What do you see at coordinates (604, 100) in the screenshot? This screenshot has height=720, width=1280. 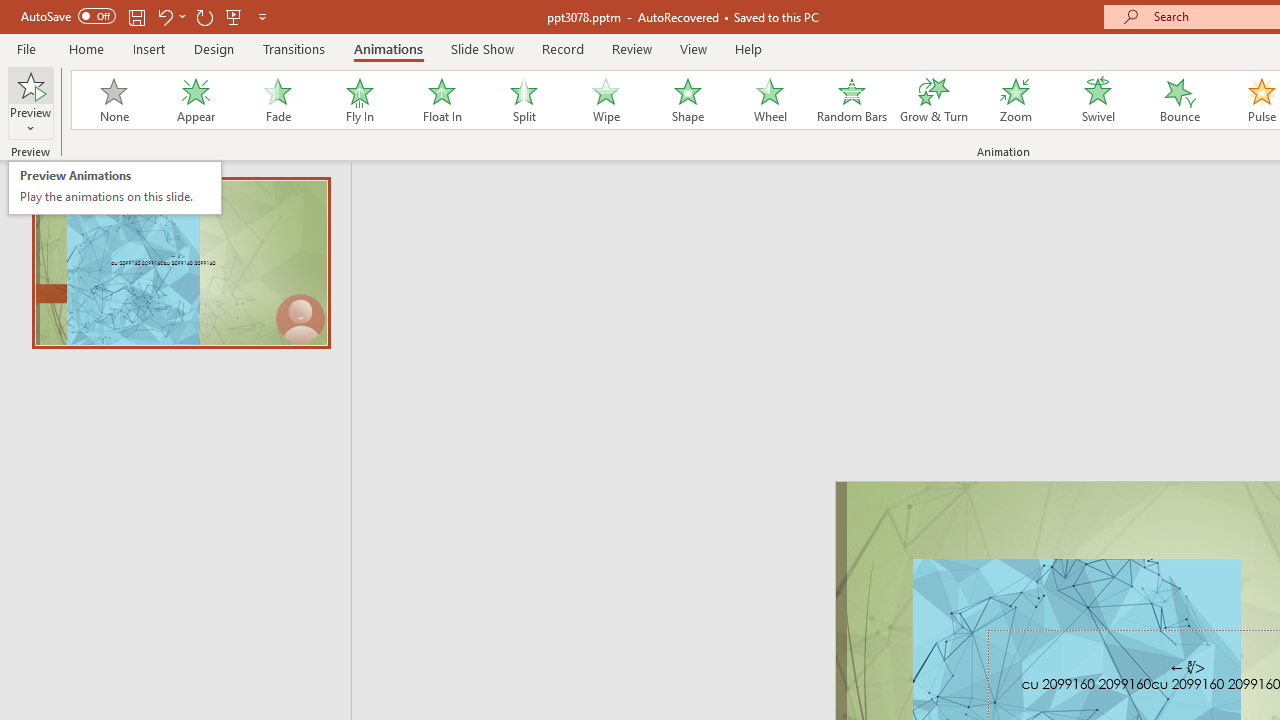 I see `'Wipe'` at bounding box center [604, 100].